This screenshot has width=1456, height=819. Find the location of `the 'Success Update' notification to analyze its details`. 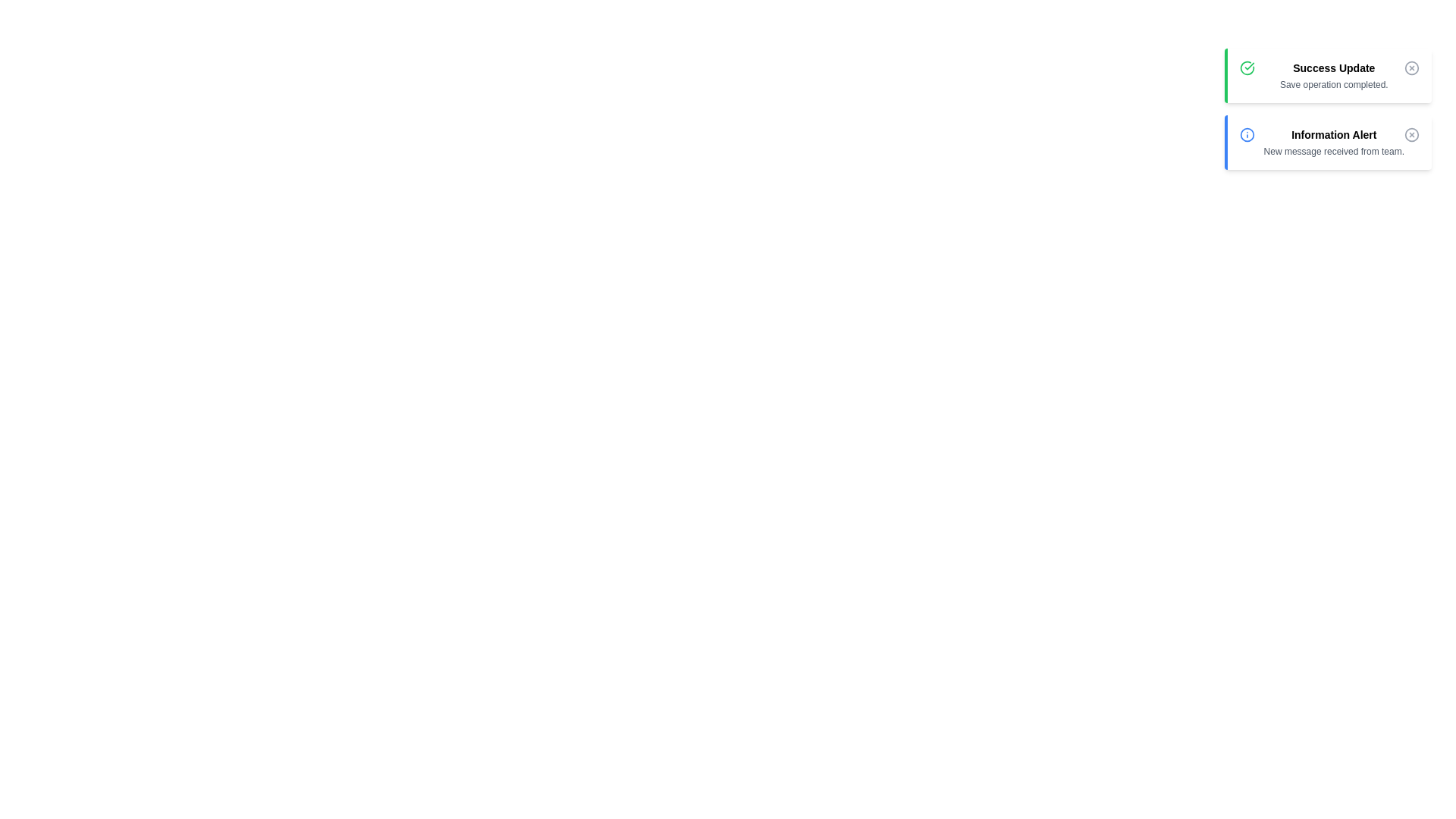

the 'Success Update' notification to analyze its details is located at coordinates (1327, 76).